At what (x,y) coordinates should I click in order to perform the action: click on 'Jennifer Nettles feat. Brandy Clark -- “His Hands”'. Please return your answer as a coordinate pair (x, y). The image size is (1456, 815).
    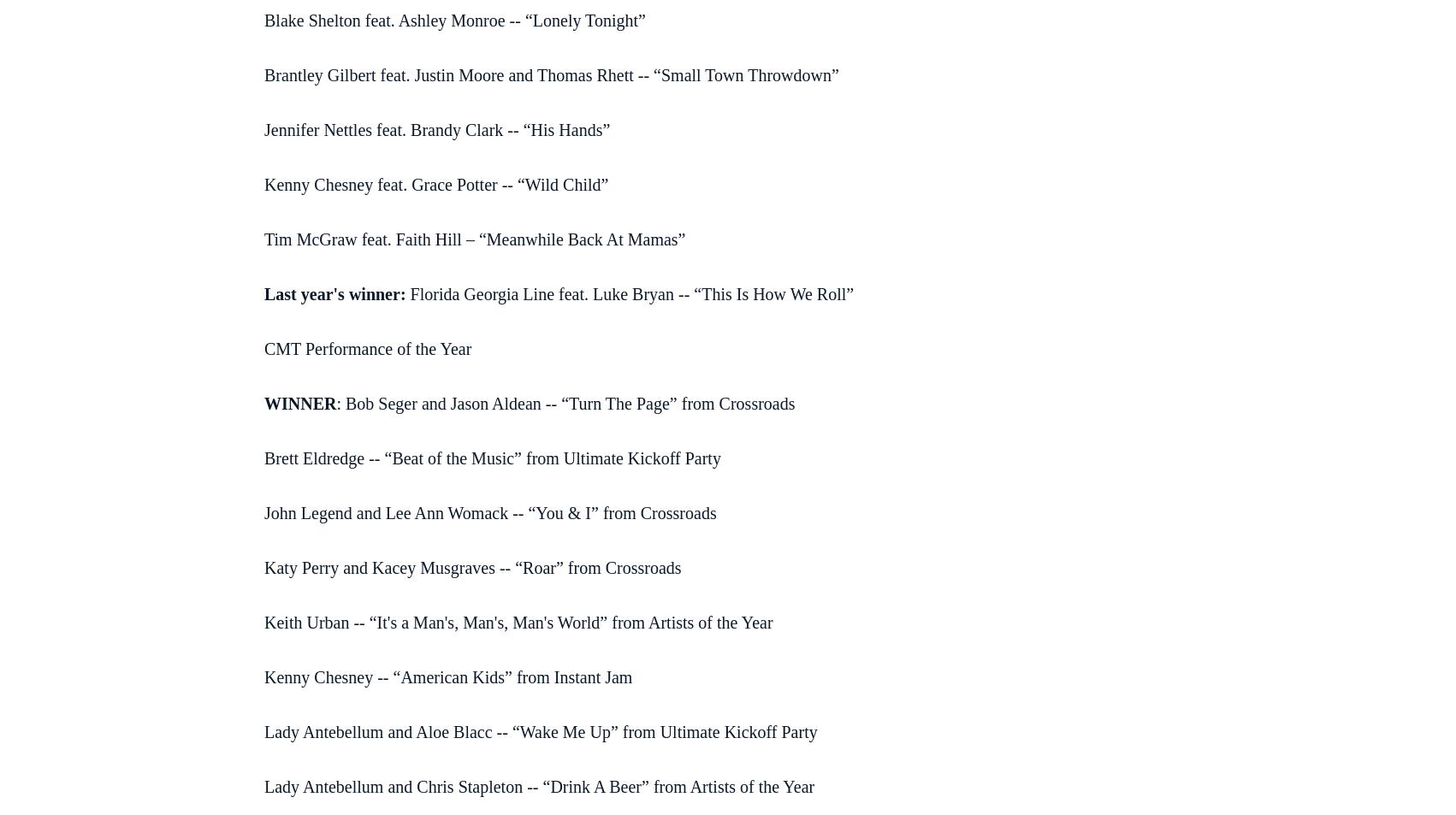
    Looking at the image, I should click on (435, 127).